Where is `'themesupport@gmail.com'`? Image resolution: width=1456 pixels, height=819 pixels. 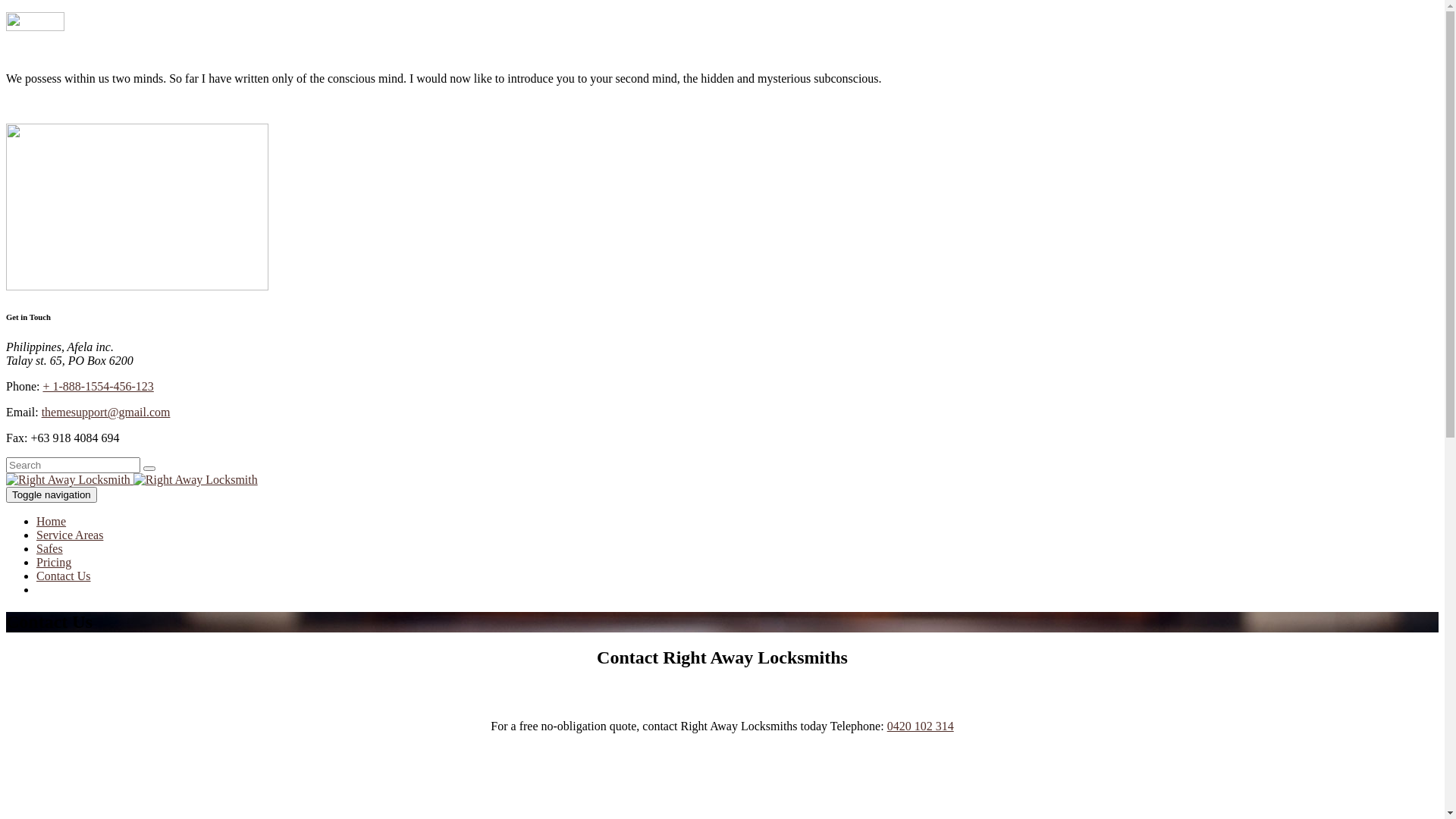 'themesupport@gmail.com' is located at coordinates (105, 412).